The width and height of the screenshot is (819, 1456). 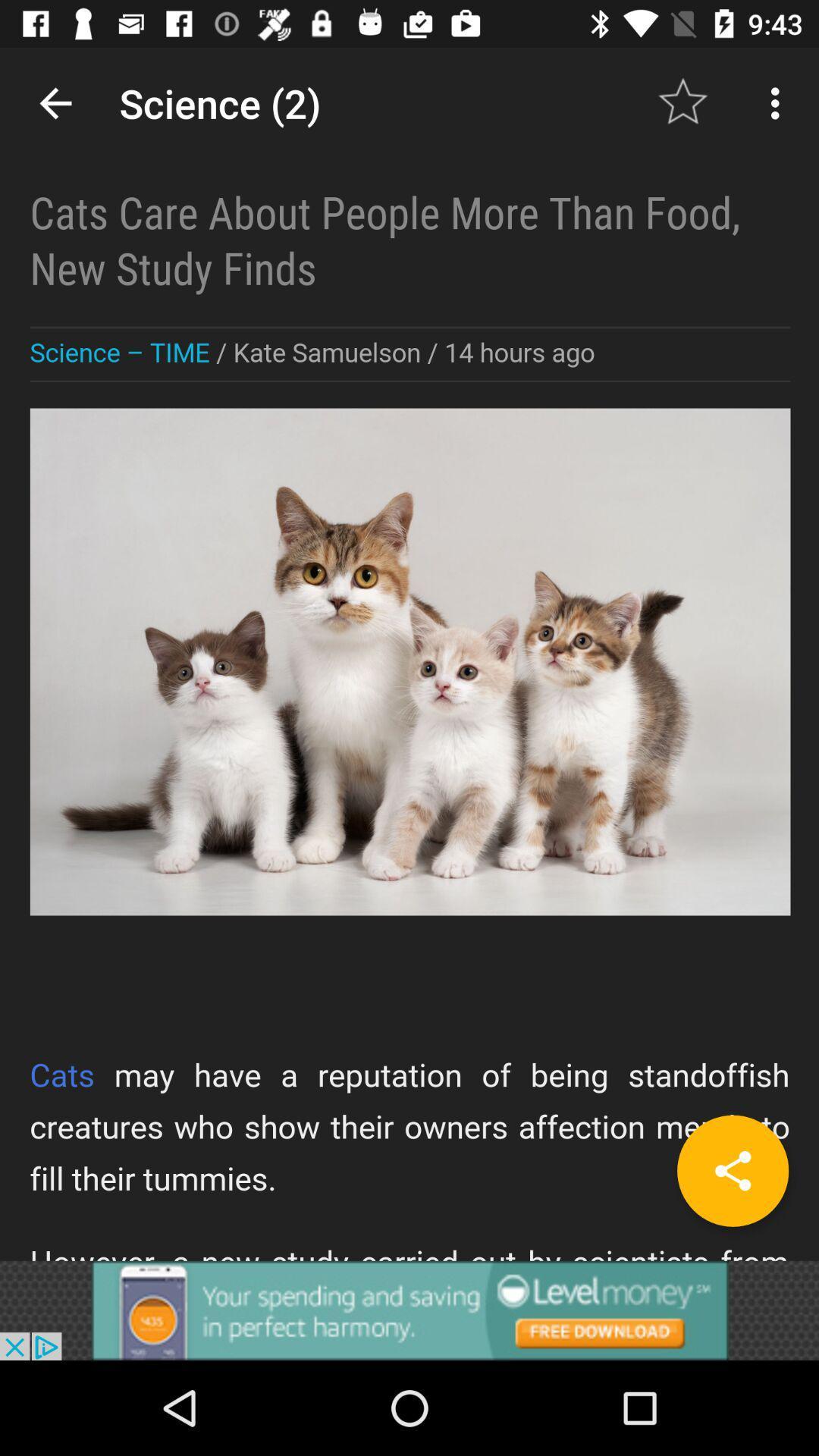 What do you see at coordinates (732, 1170) in the screenshot?
I see `the share icon` at bounding box center [732, 1170].